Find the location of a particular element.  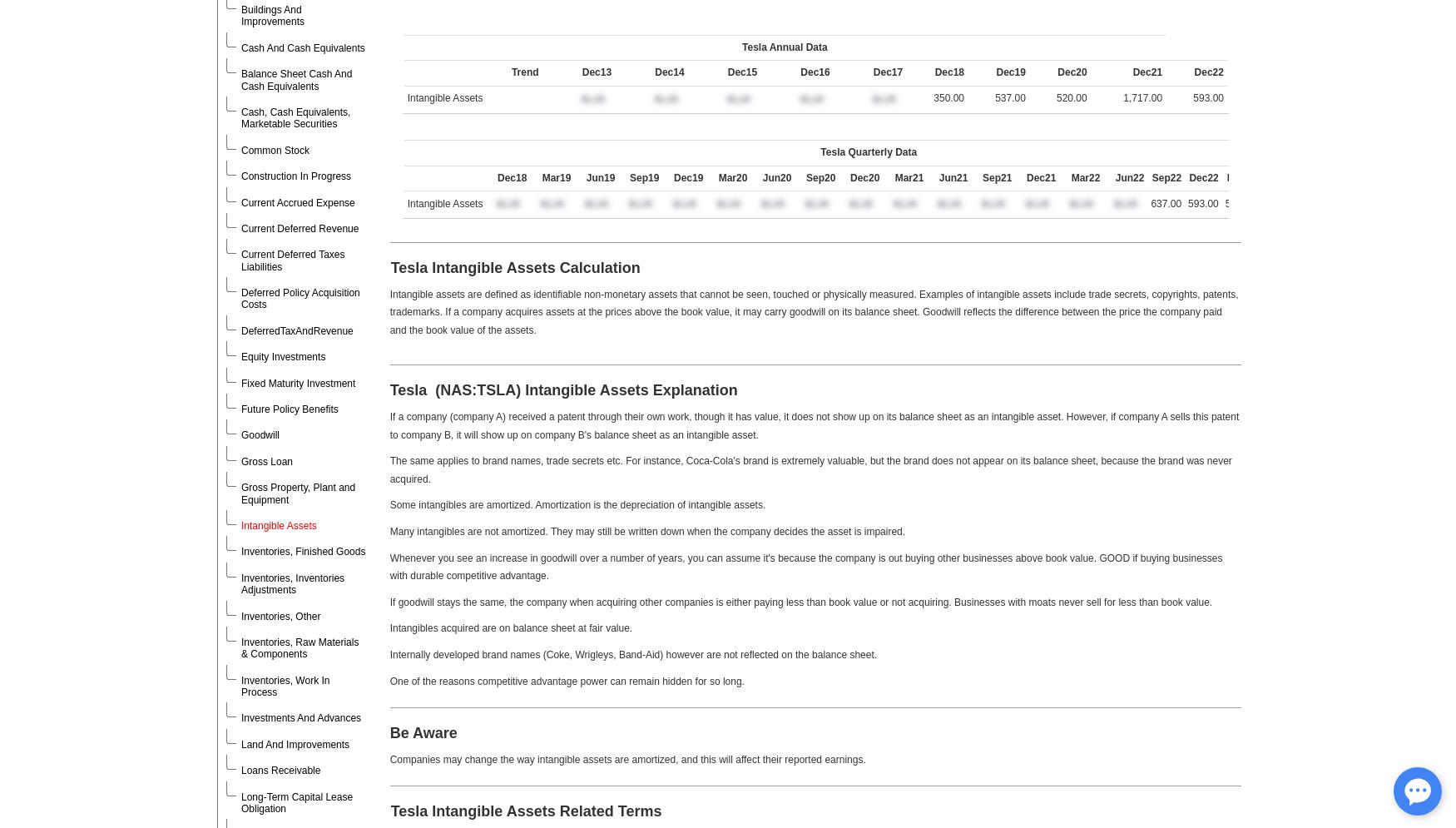

'One of the reasons competitive advantage power can remain hidden for so long.' is located at coordinates (565, 679).